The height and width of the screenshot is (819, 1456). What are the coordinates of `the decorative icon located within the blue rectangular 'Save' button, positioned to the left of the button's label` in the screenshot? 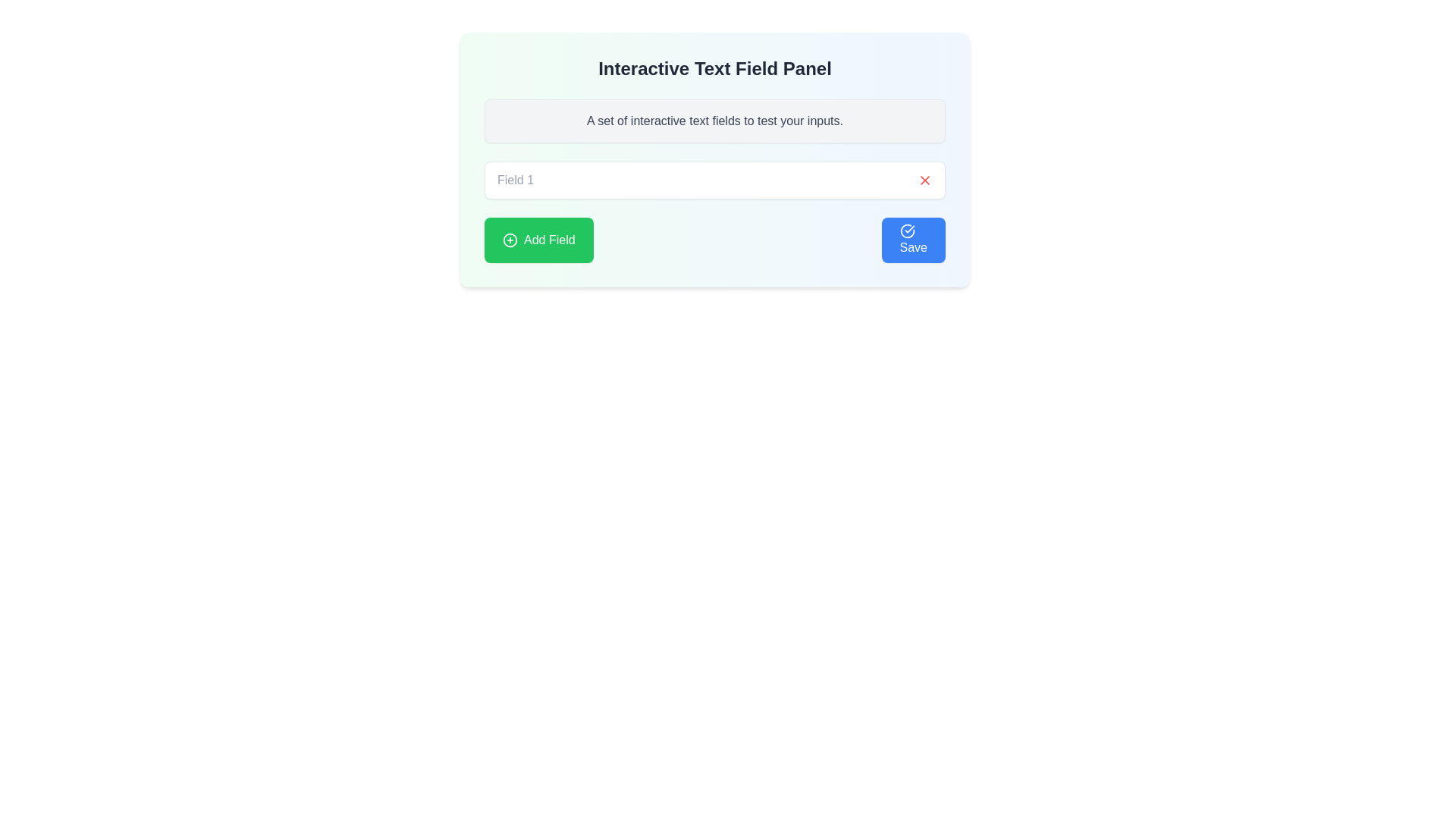 It's located at (907, 231).